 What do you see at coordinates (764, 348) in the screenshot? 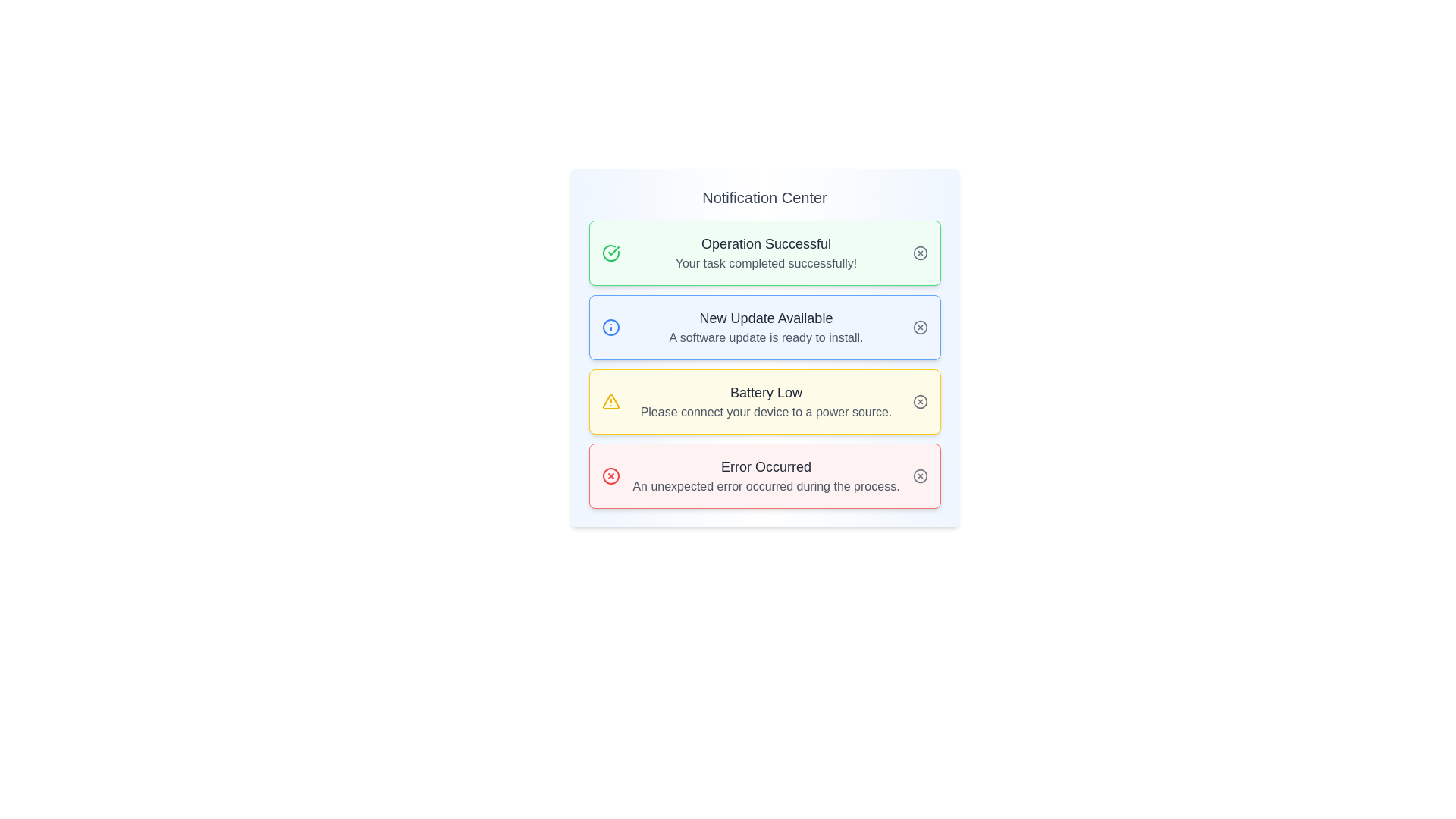
I see `the second notification card` at bounding box center [764, 348].